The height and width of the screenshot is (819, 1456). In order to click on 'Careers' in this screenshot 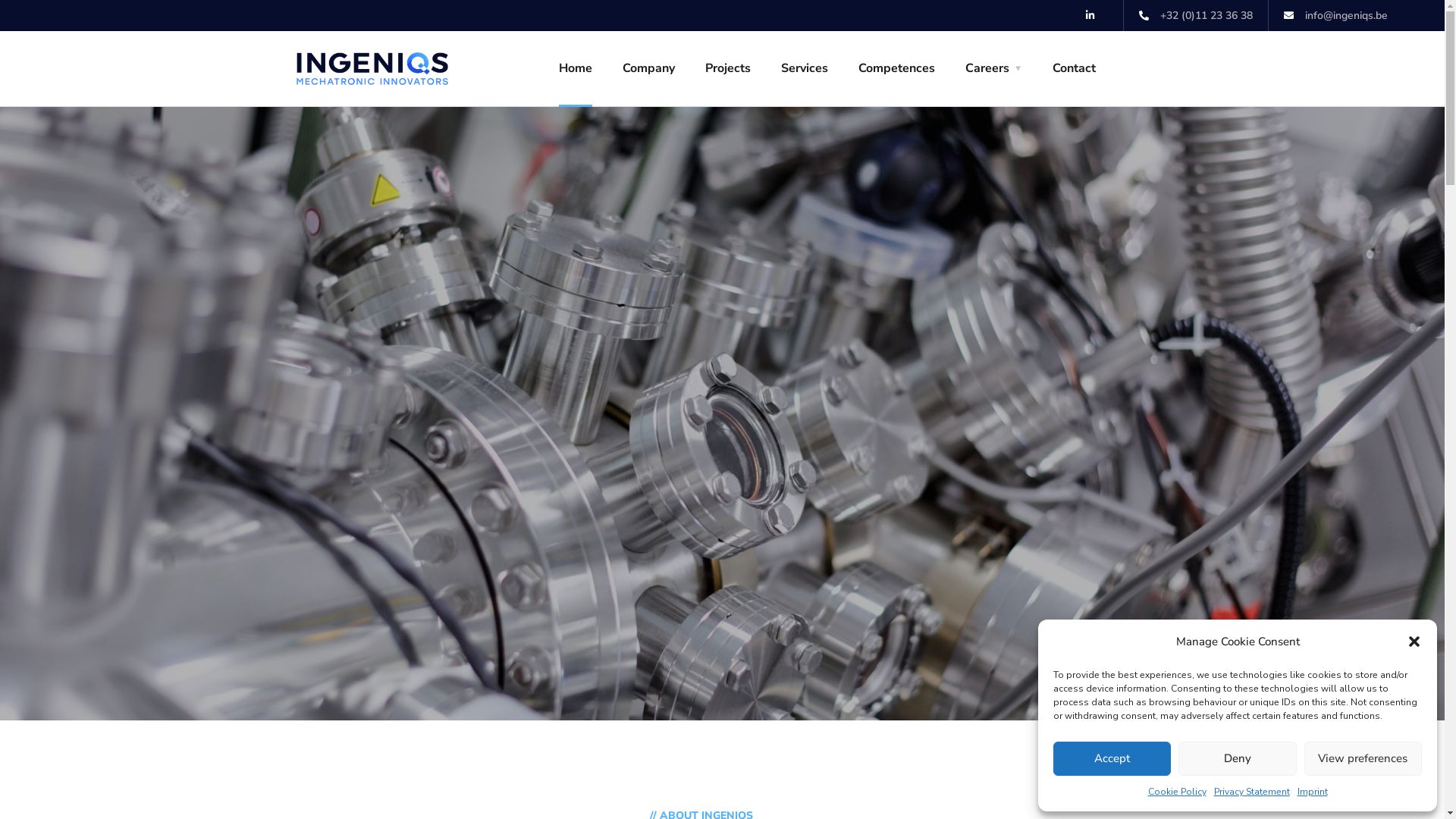, I will do `click(993, 68)`.